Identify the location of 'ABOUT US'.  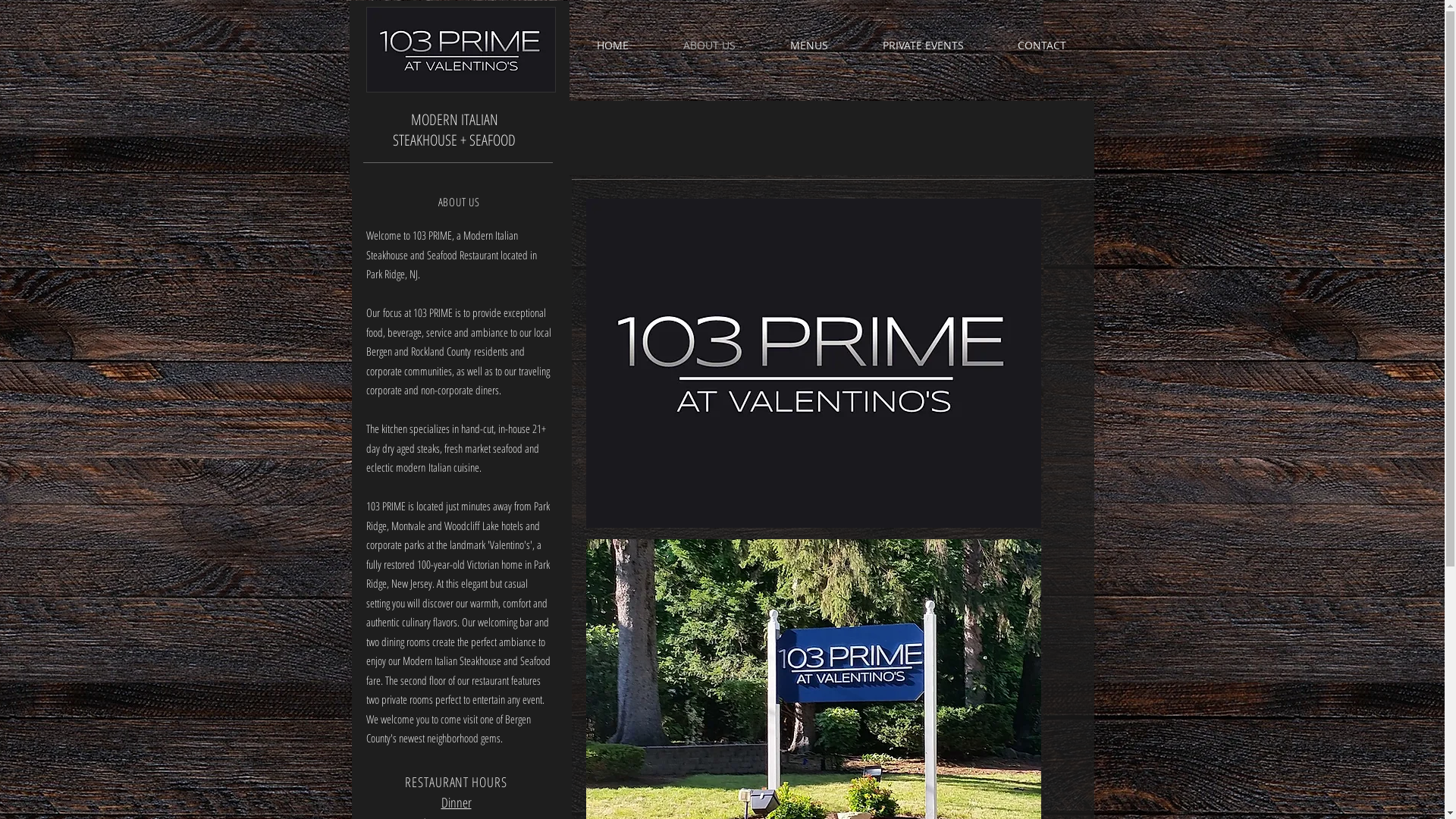
(655, 45).